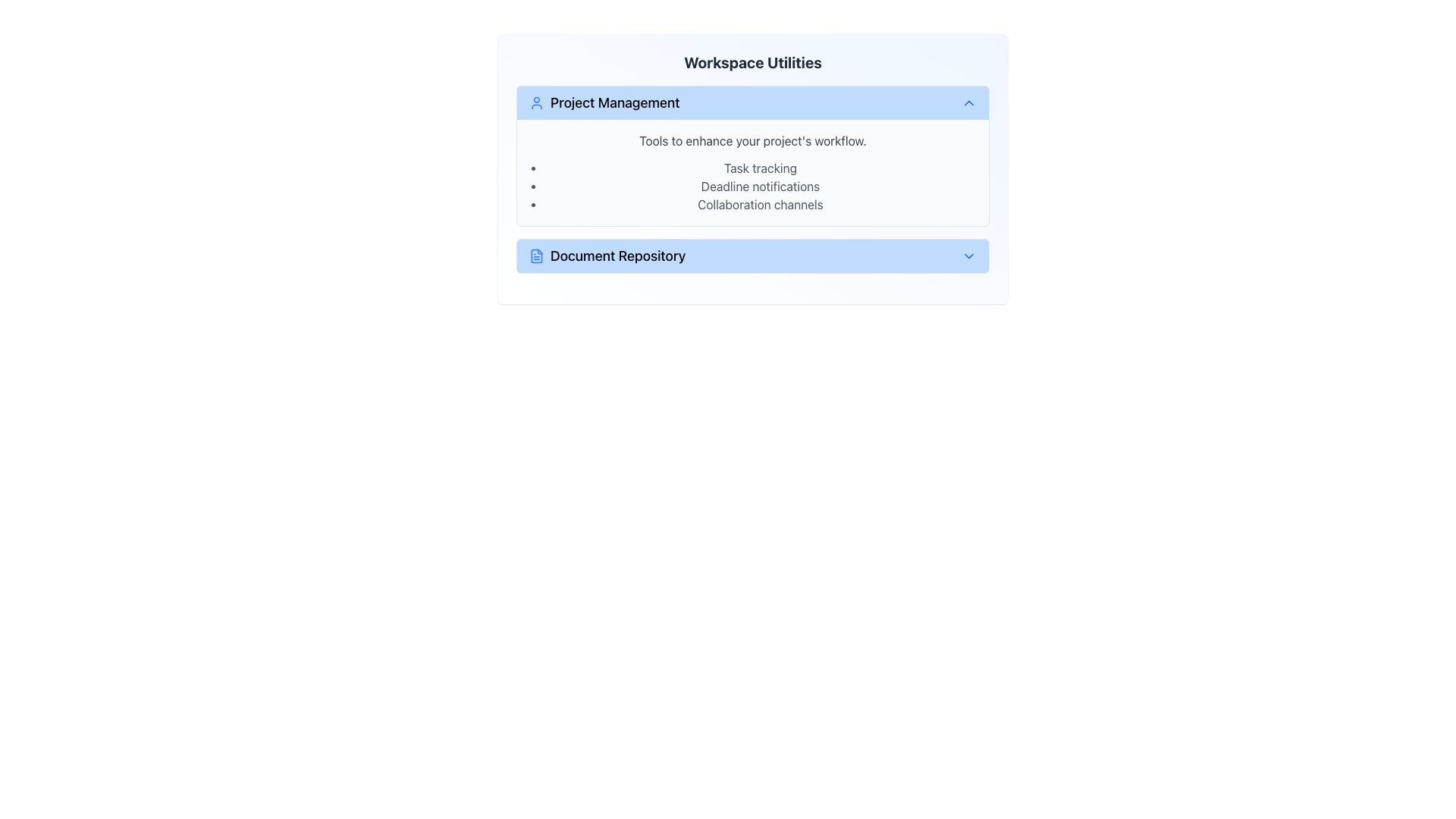 The height and width of the screenshot is (819, 1456). Describe the element at coordinates (537, 256) in the screenshot. I see `the blue document icon located to the left of the text label 'Document Repository' in the bottom section of the 'Workspace Utilities' card` at that location.